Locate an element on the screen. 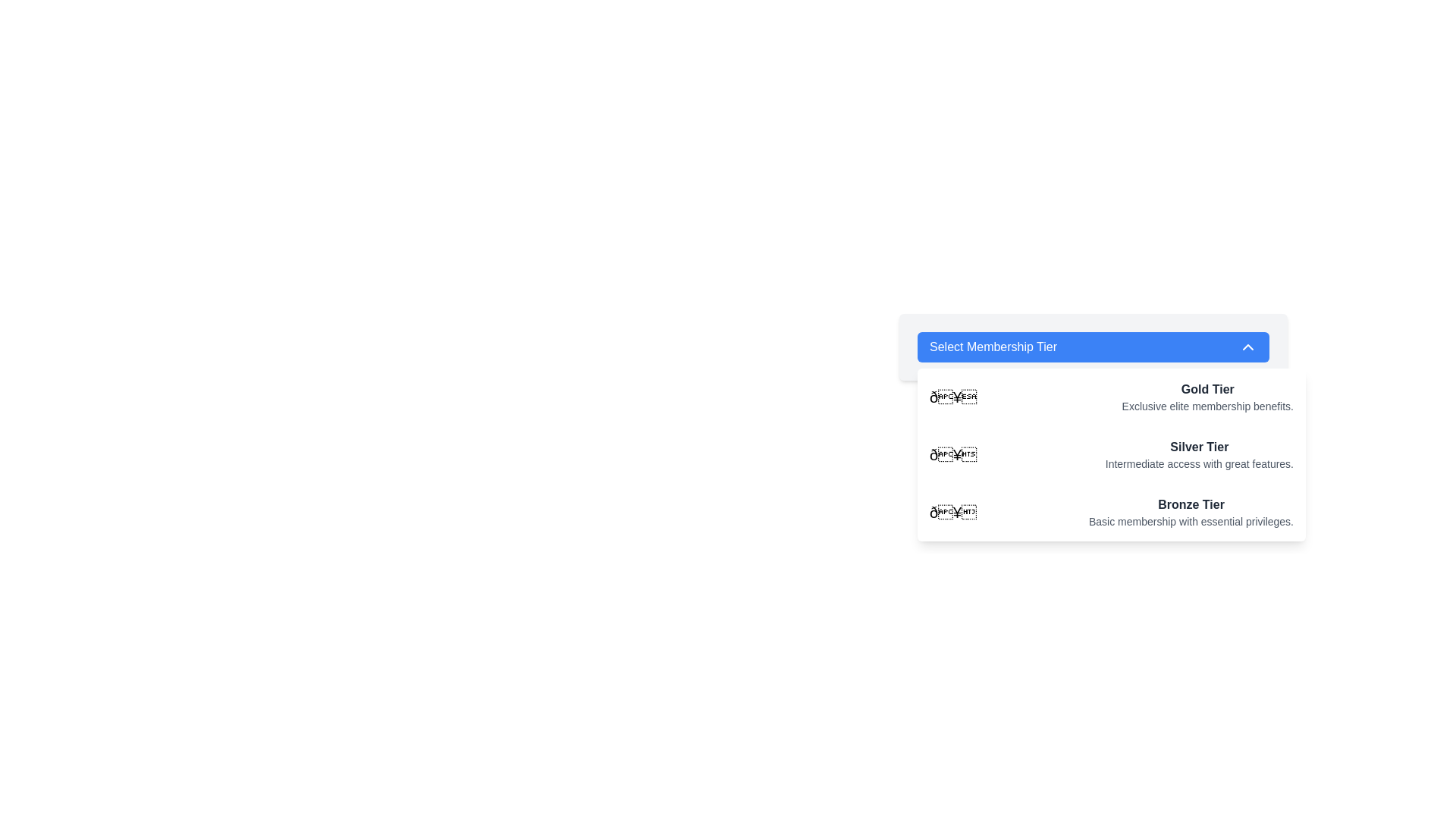  the Interactive list item labeled 'Bronze Tier' which features a small image on the left and a bold title with a description, positioned below the 'Gold Tier' and 'Silver Tier' options is located at coordinates (1111, 512).